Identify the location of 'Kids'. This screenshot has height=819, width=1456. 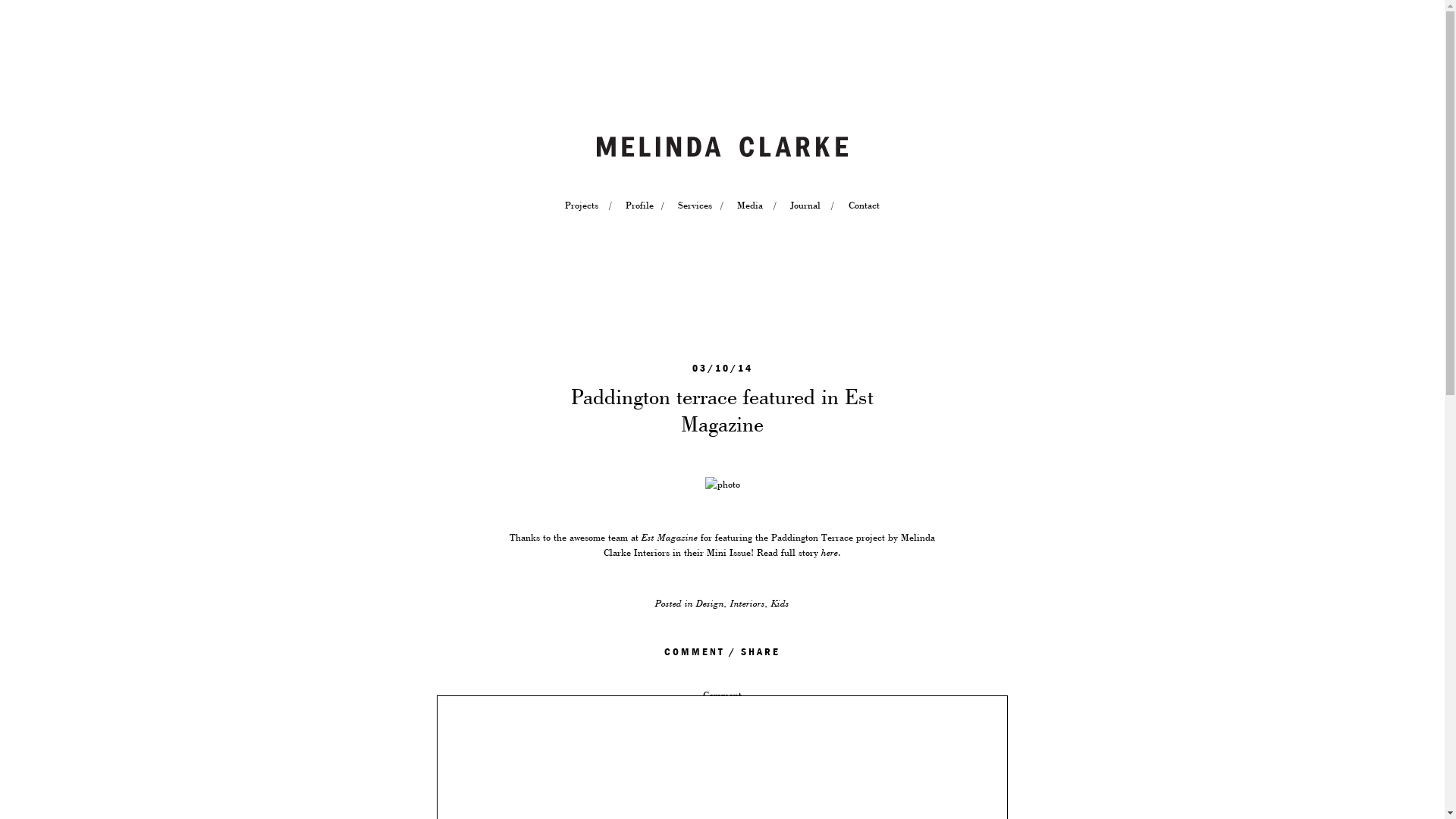
(771, 602).